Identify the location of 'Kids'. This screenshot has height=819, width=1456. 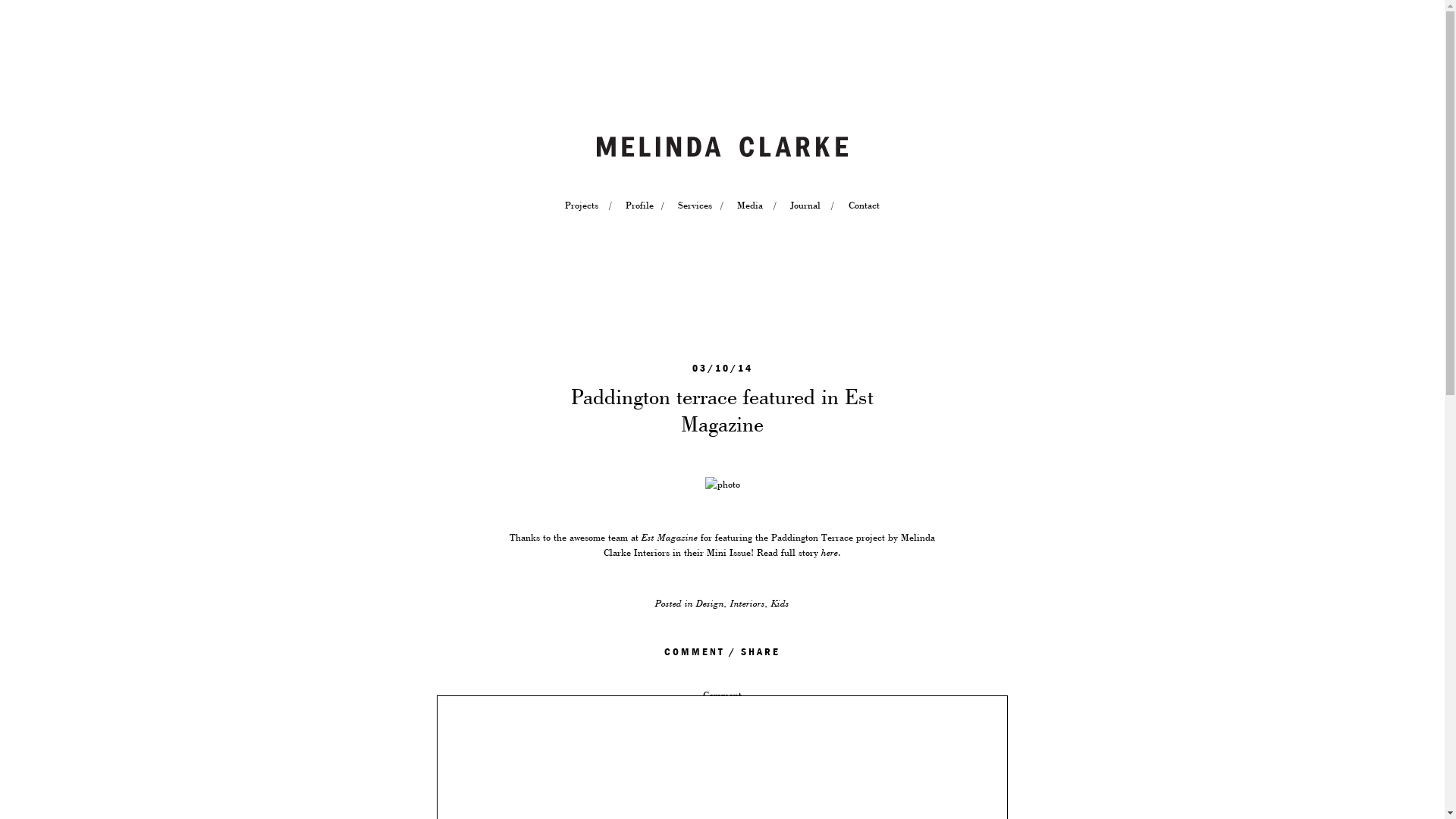
(771, 602).